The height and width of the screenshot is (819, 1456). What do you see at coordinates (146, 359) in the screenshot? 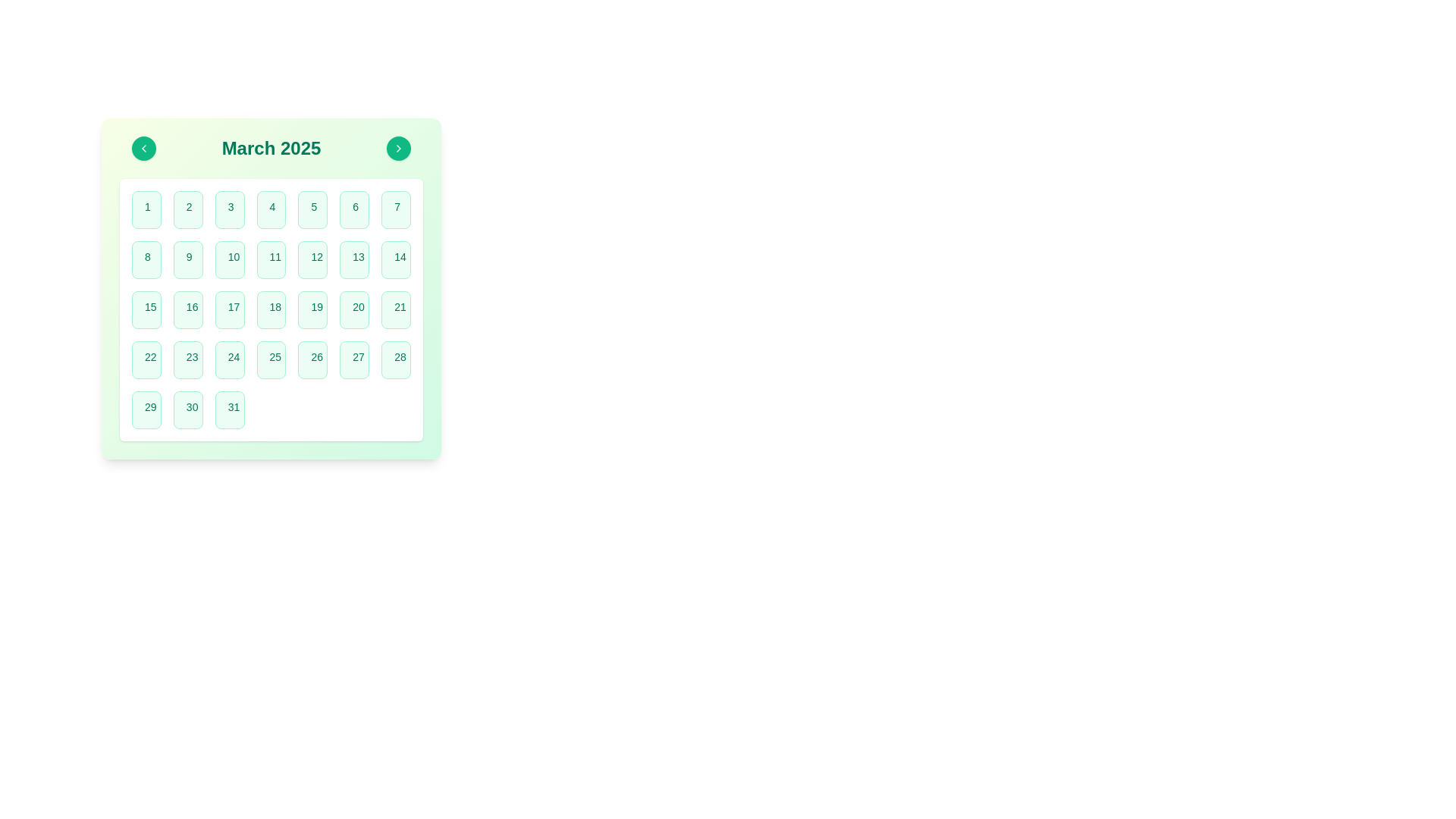
I see `the Interactive calendar date button displaying '22' with a light green background and a darker green border, located in the fourth row and first column of the calendar grid` at bounding box center [146, 359].